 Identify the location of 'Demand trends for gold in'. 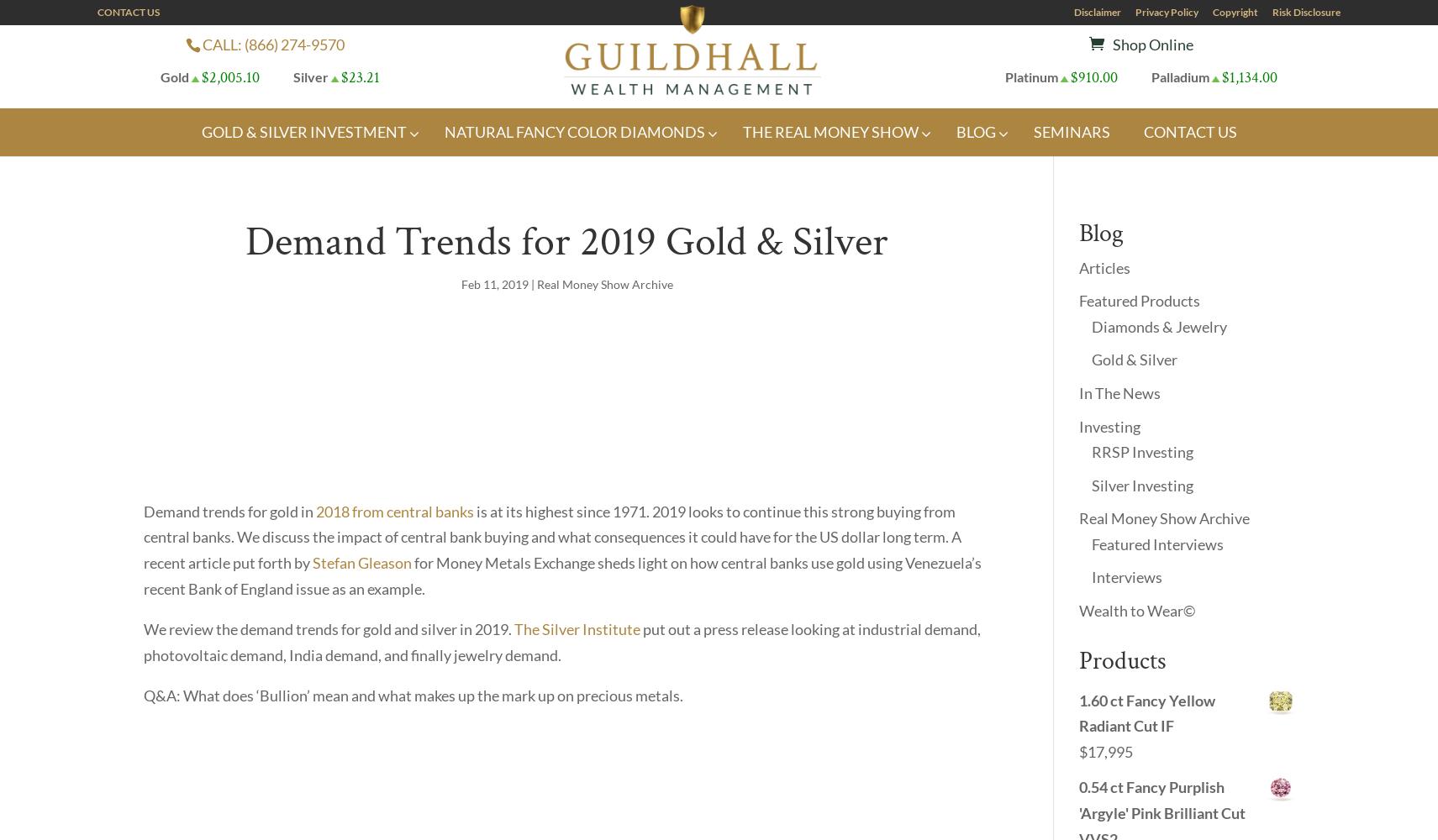
(142, 510).